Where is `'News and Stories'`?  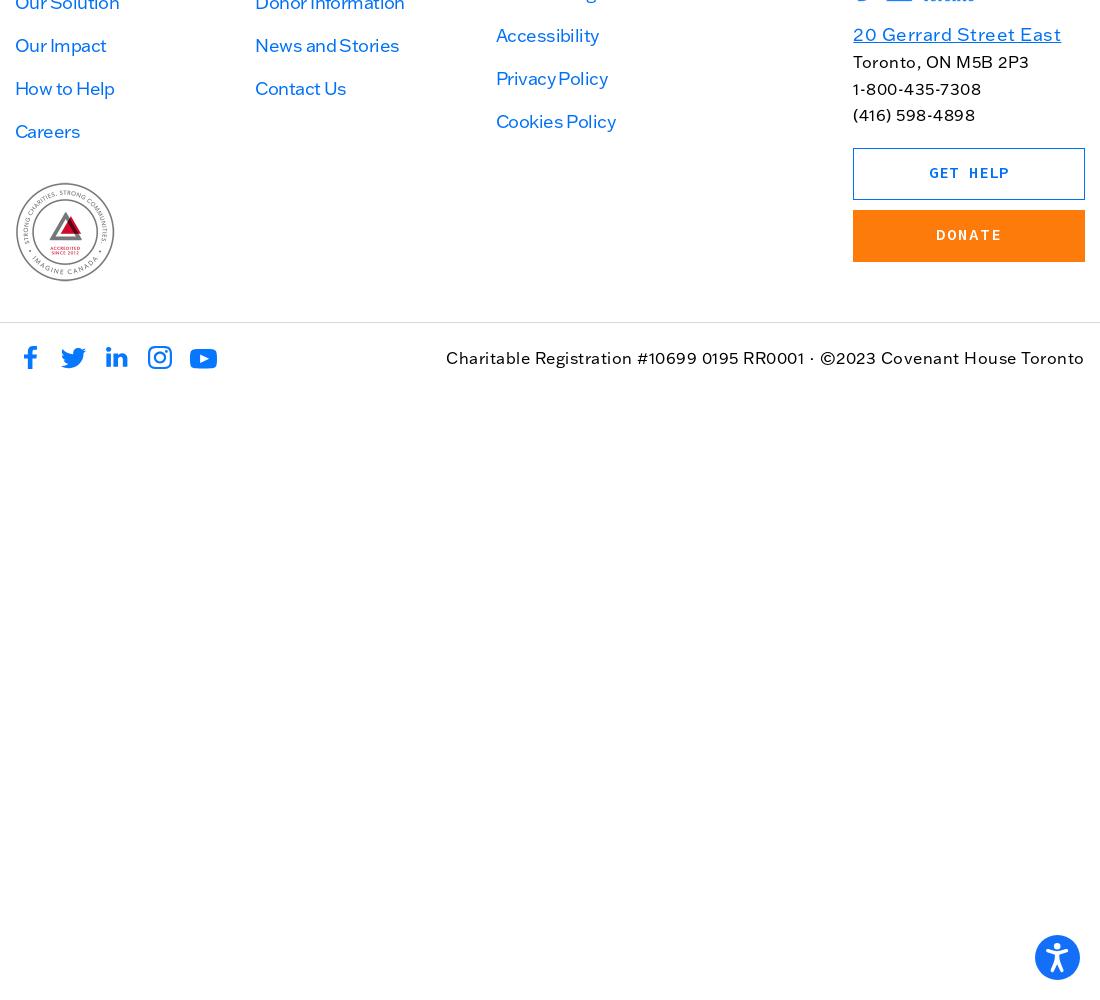
'News and Stories' is located at coordinates (254, 44).